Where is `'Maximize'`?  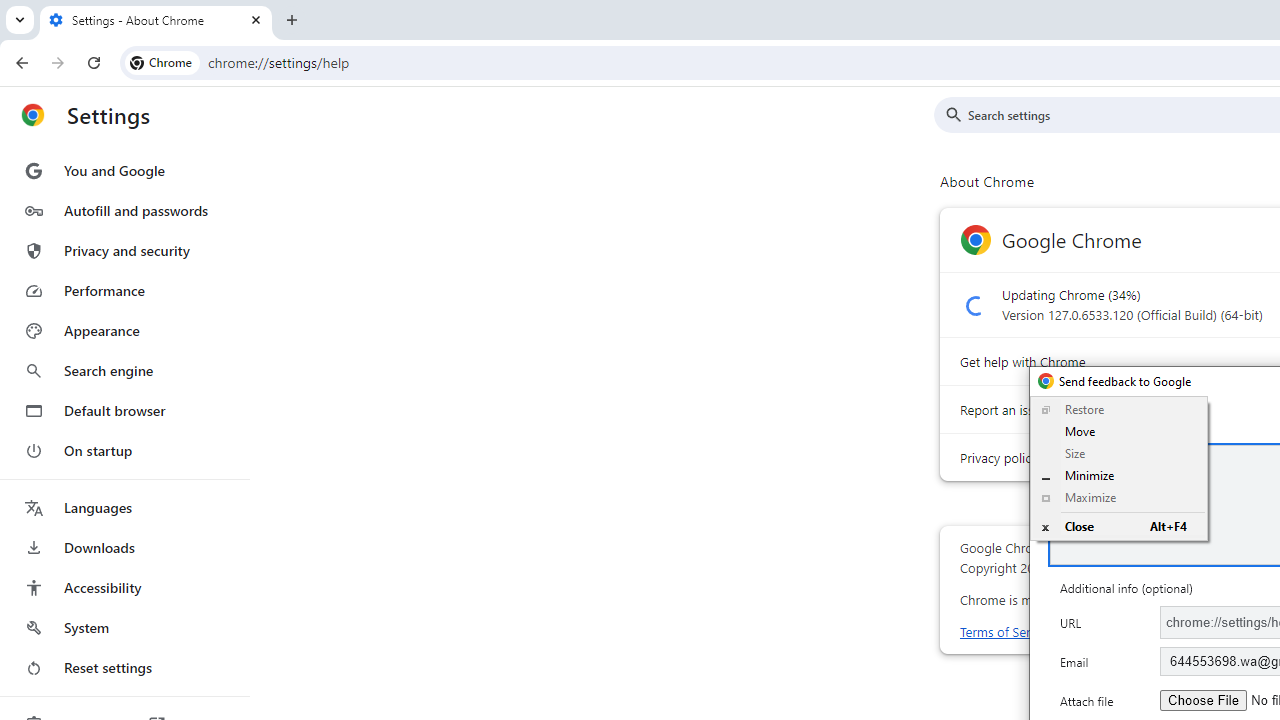 'Maximize' is located at coordinates (1117, 496).